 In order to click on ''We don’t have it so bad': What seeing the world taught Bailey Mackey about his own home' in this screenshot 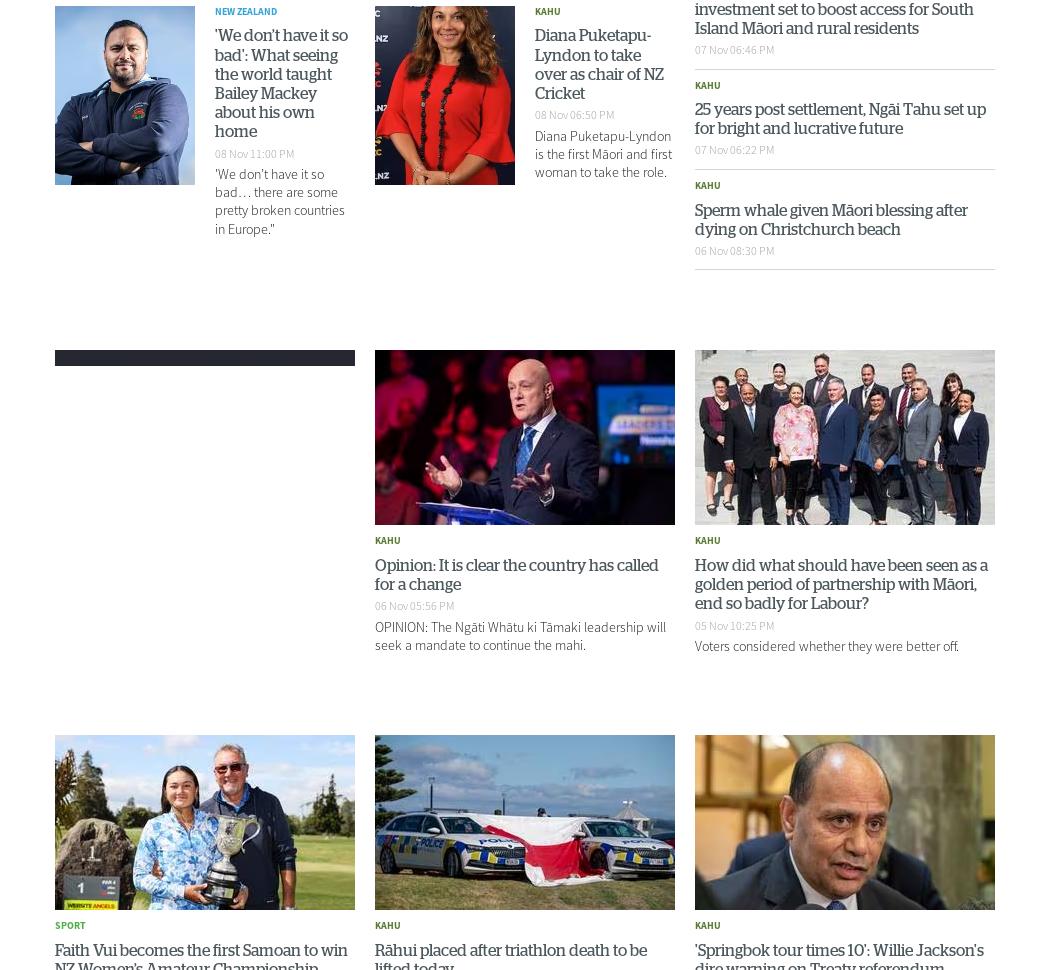, I will do `click(280, 83)`.